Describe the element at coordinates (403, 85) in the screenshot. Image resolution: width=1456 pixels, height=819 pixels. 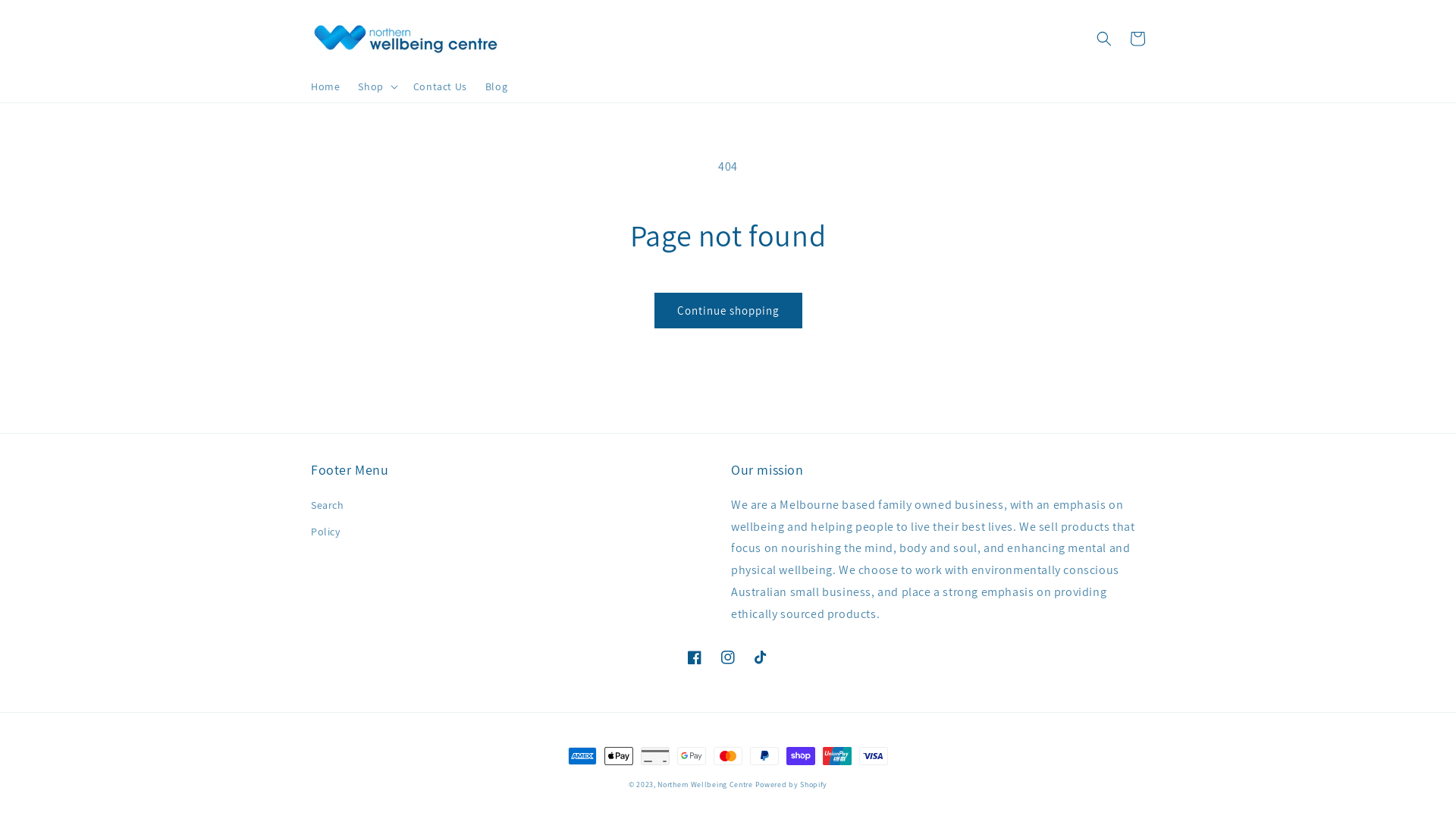
I see `'Contact Us'` at that location.